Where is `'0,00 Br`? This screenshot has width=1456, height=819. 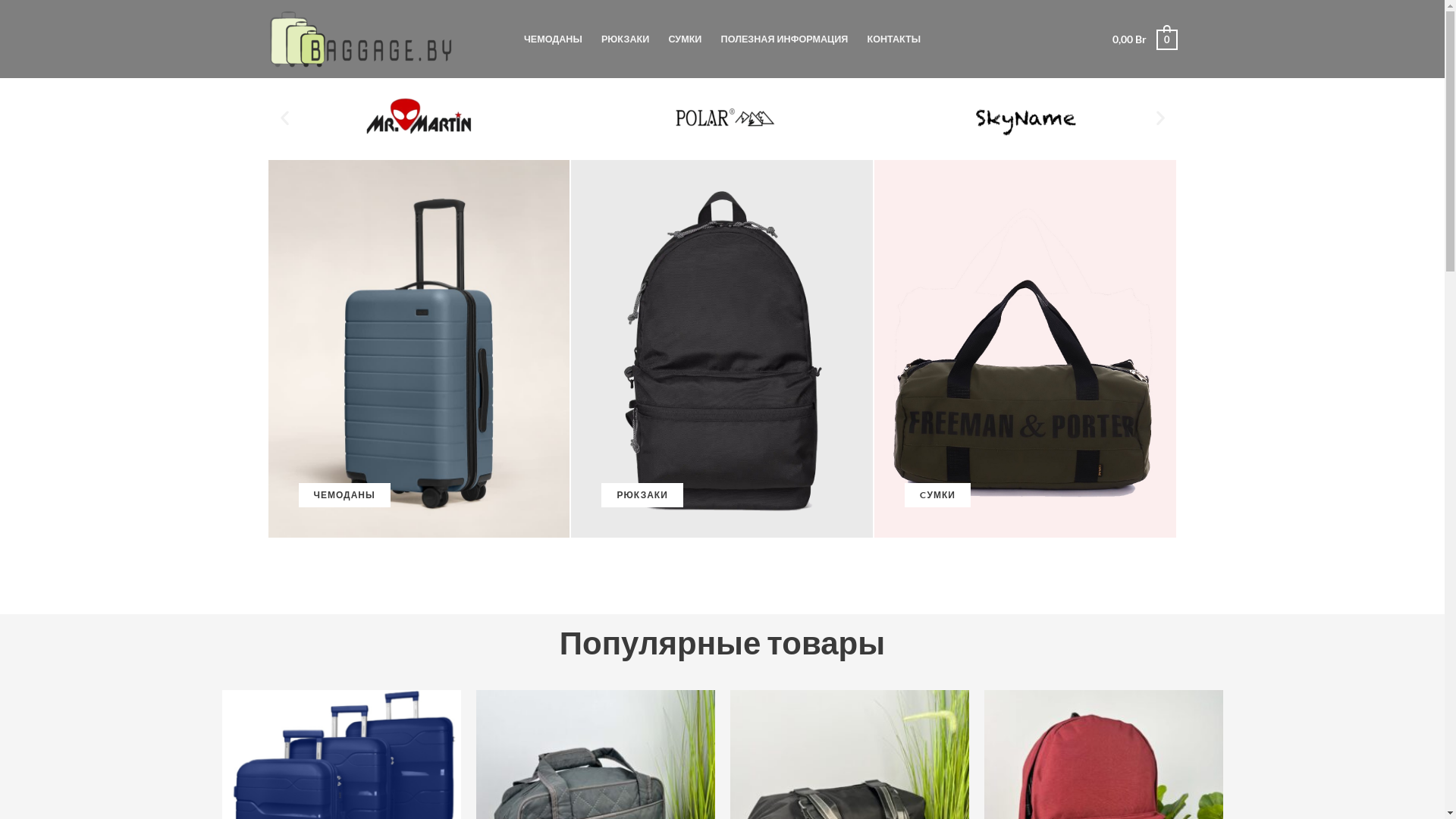 '0,00 Br is located at coordinates (1144, 38).